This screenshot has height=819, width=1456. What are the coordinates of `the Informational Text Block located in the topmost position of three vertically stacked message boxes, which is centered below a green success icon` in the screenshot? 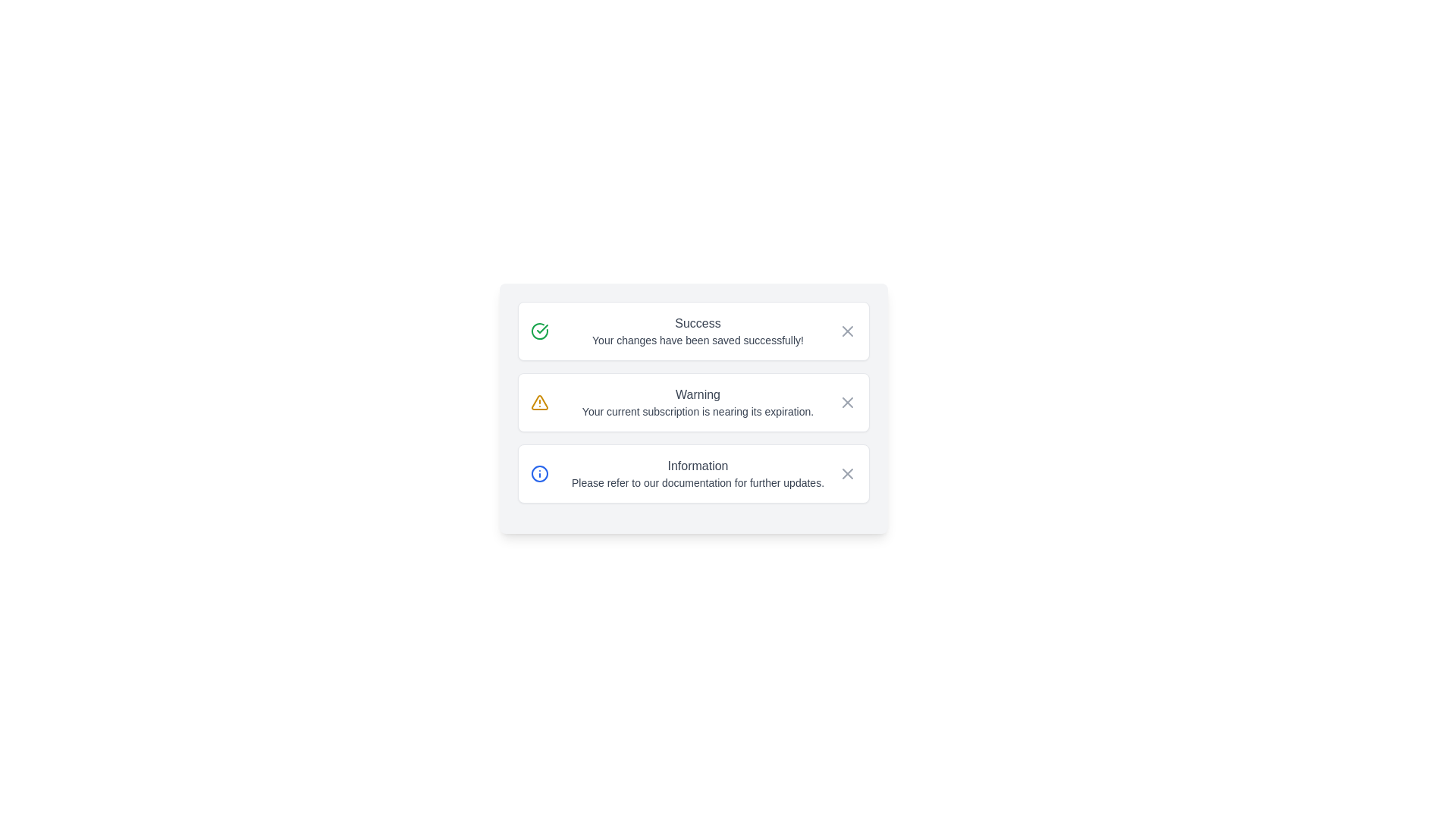 It's located at (697, 330).